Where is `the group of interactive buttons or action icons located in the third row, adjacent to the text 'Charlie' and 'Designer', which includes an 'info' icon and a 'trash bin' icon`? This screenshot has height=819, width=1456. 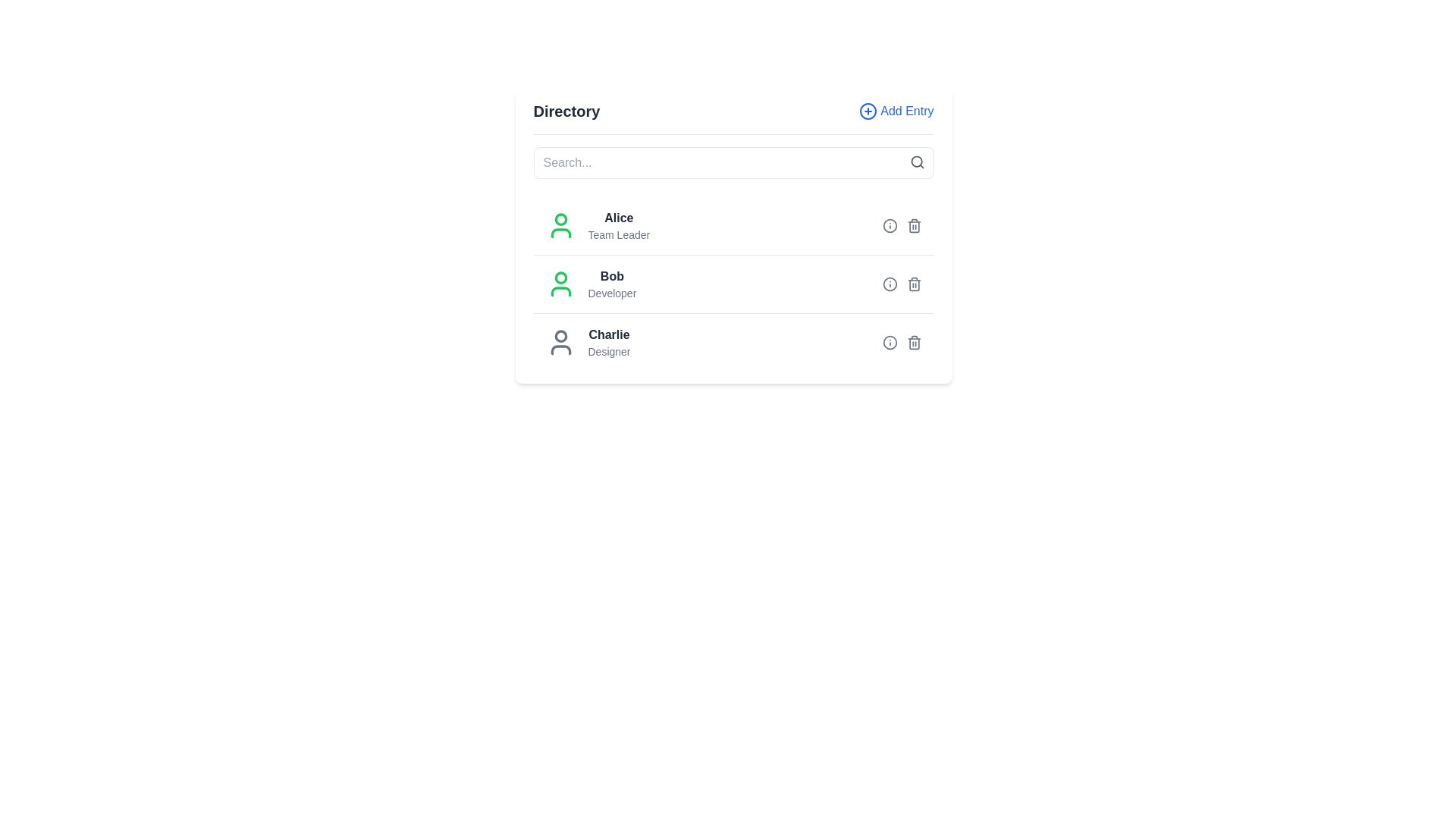 the group of interactive buttons or action icons located in the third row, adjacent to the text 'Charlie' and 'Designer', which includes an 'info' icon and a 'trash bin' icon is located at coordinates (902, 342).